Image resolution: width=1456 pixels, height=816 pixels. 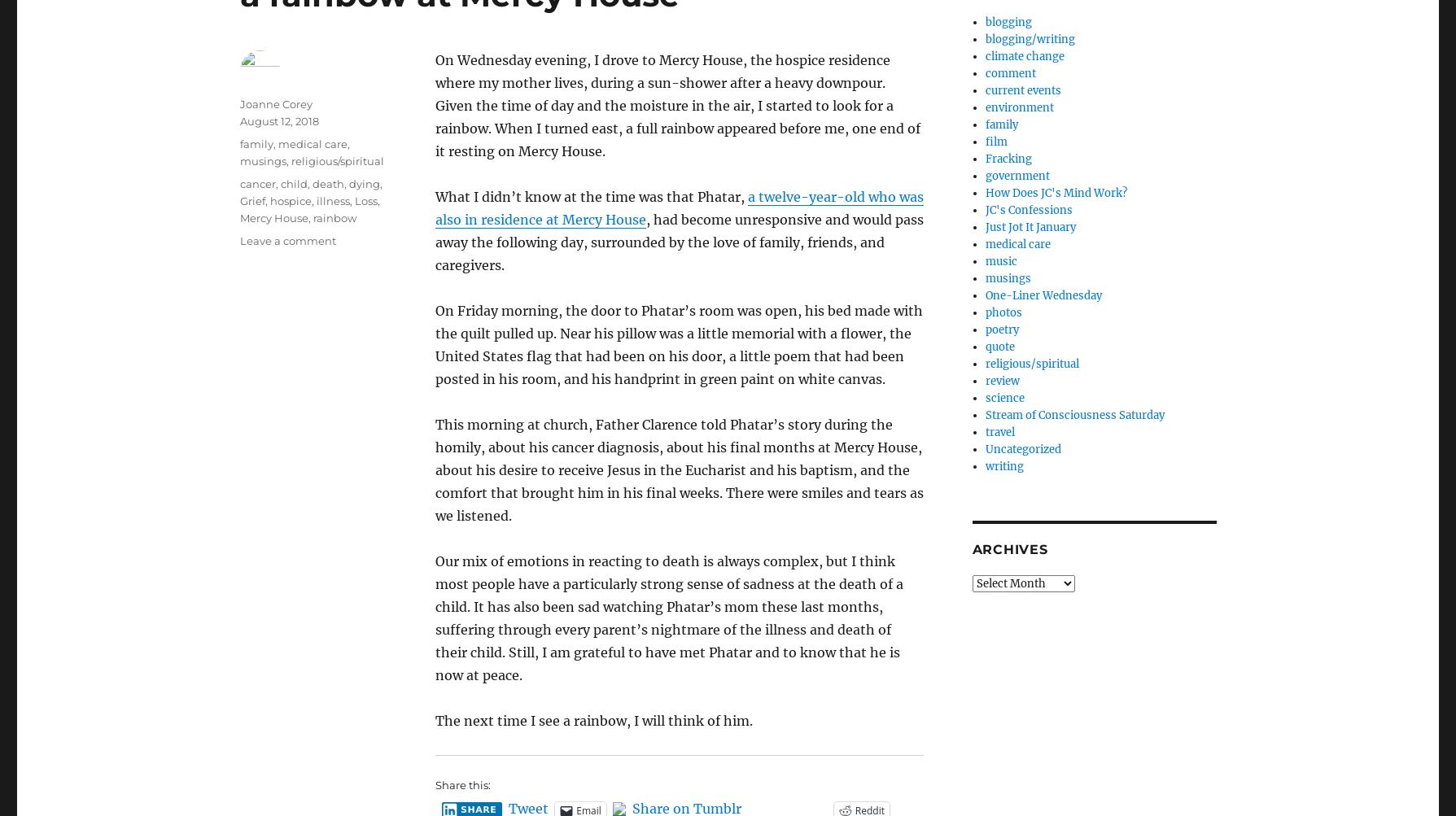 I want to click on 'comment', so click(x=985, y=73).